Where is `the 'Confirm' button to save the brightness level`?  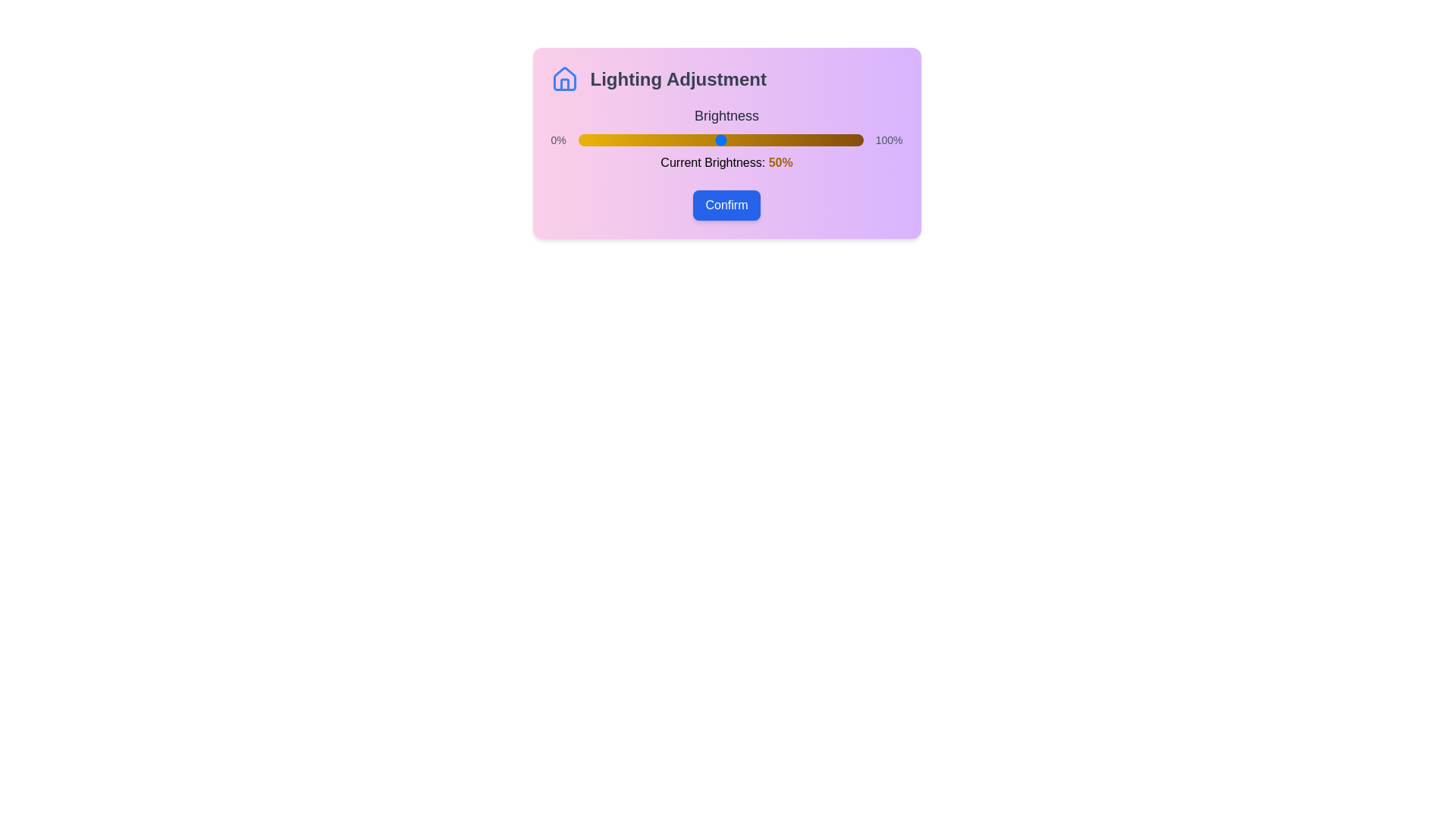 the 'Confirm' button to save the brightness level is located at coordinates (726, 205).